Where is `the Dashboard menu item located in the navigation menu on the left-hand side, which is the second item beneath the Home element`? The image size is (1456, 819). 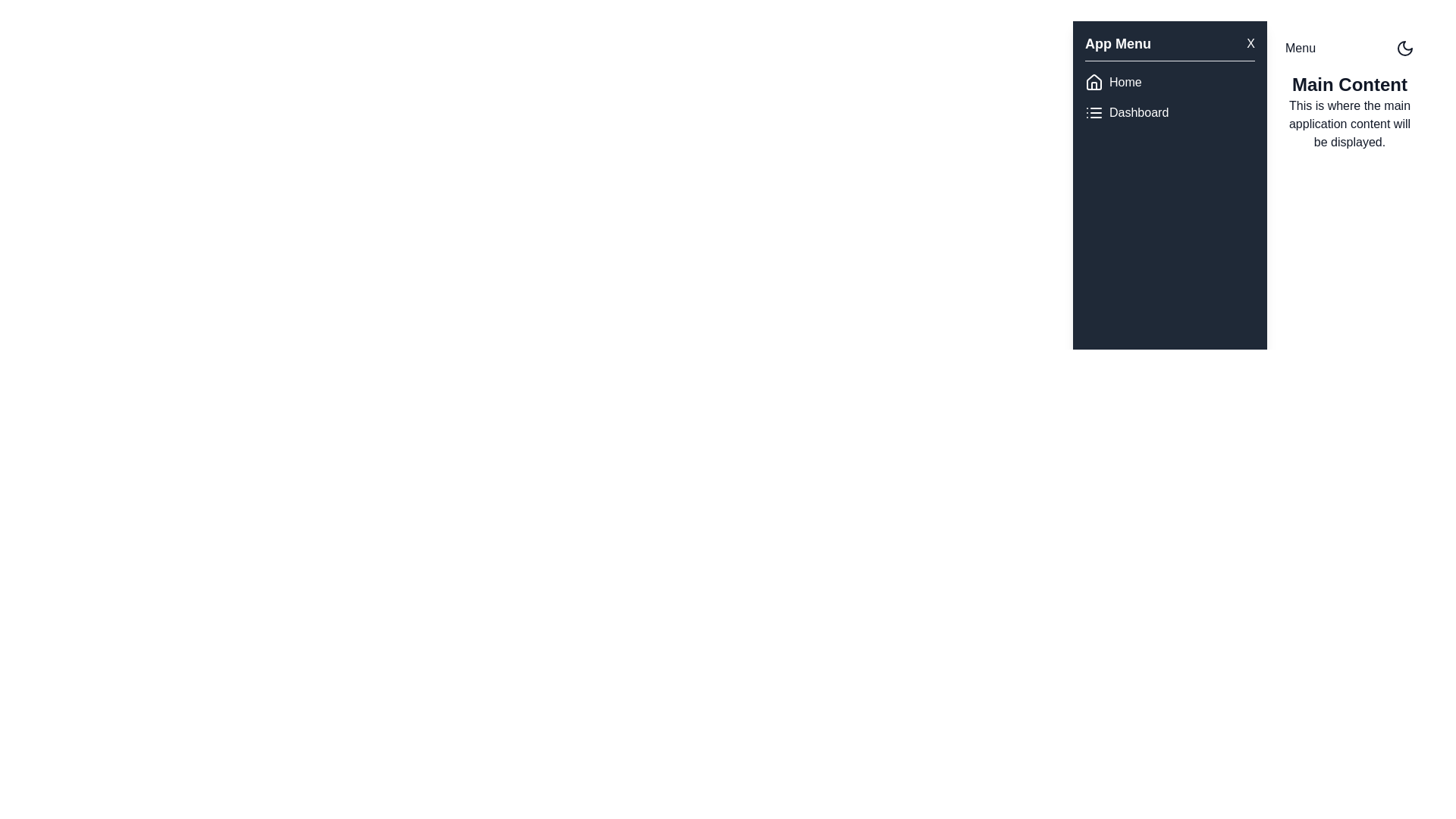 the Dashboard menu item located in the navigation menu on the left-hand side, which is the second item beneath the Home element is located at coordinates (1169, 112).